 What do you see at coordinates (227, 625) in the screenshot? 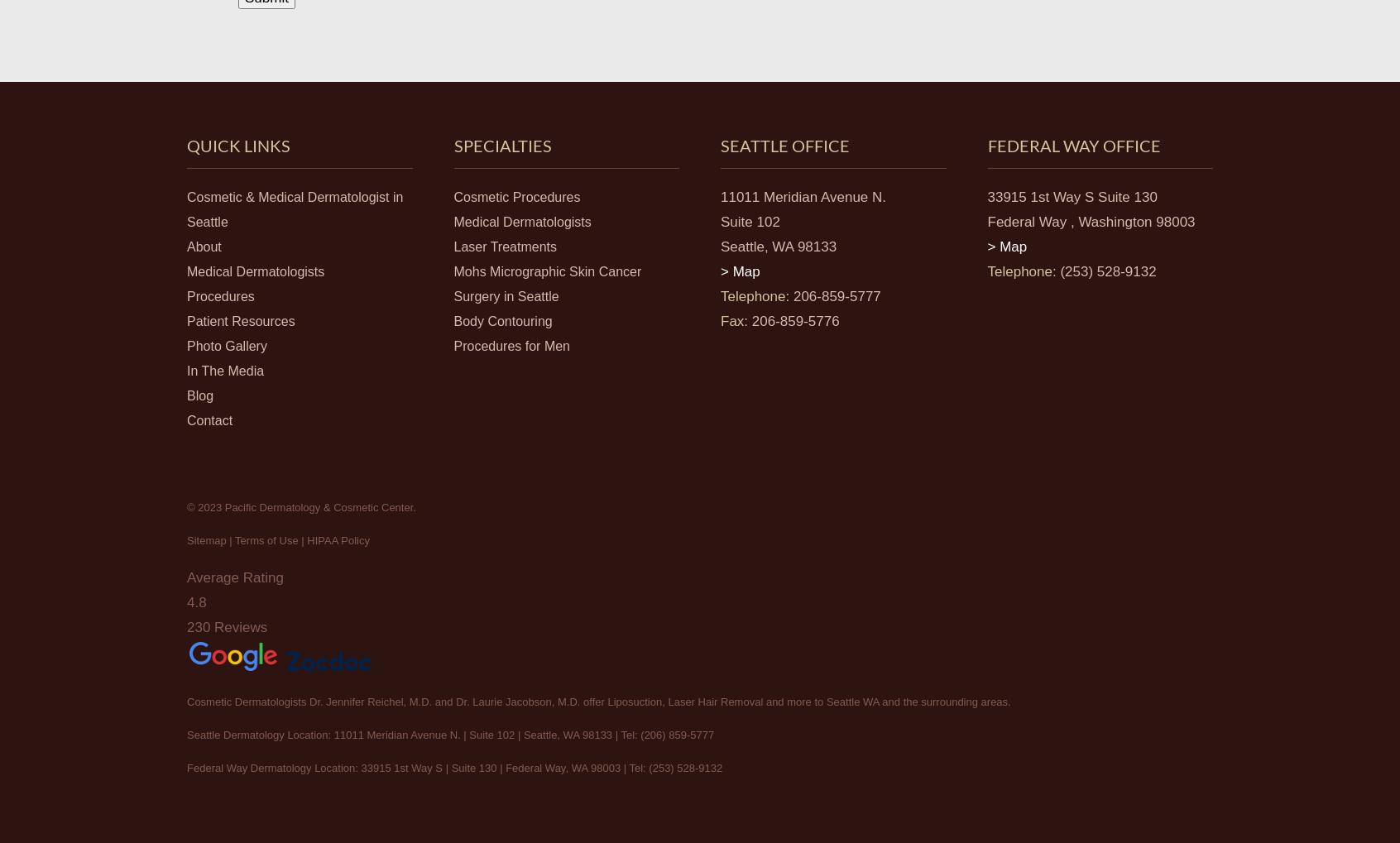
I see `'230 Reviews'` at bounding box center [227, 625].